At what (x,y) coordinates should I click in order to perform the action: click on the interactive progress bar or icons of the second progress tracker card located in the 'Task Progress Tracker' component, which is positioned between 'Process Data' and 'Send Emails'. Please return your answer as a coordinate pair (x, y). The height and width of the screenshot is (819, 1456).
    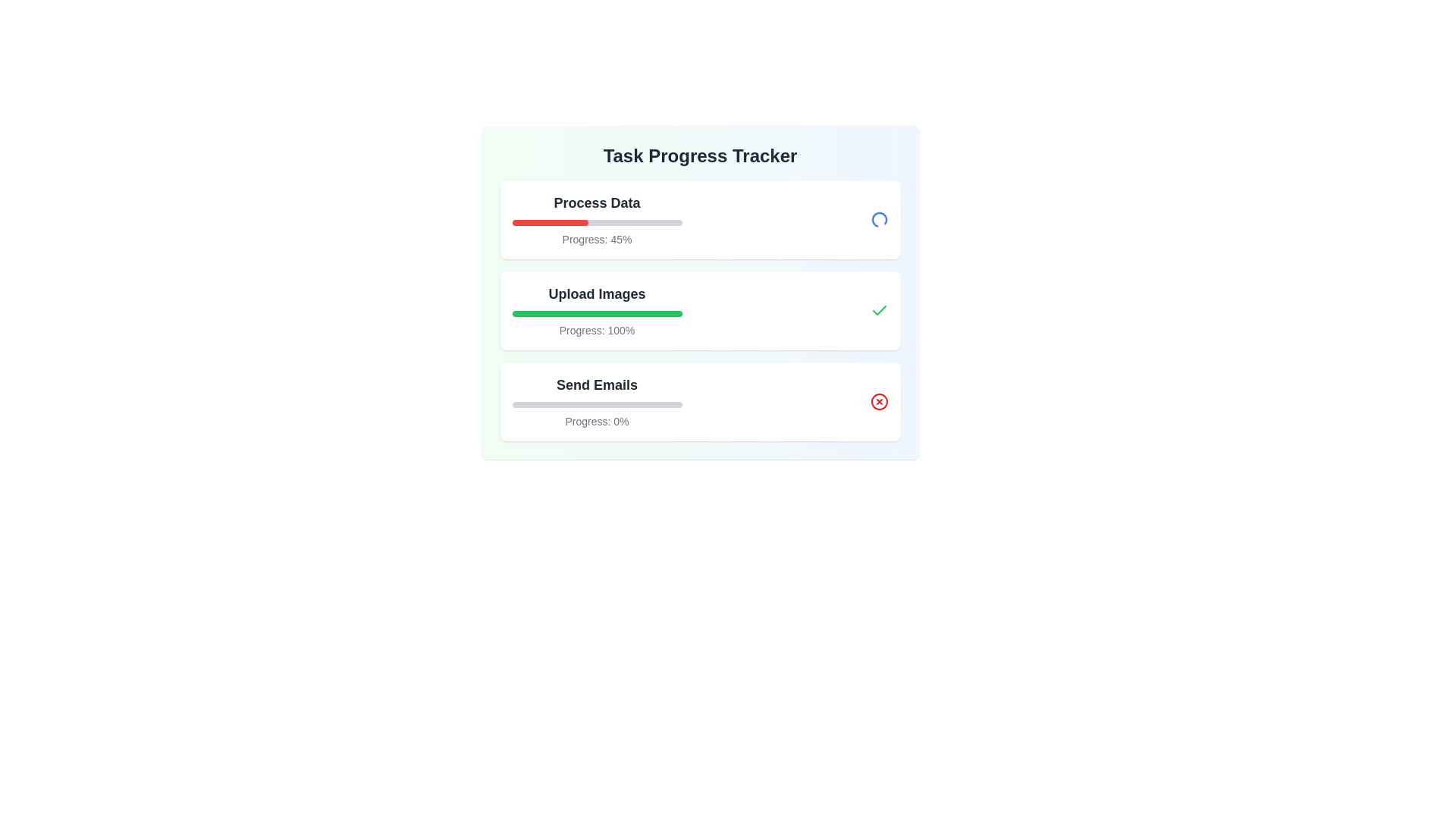
    Looking at the image, I should click on (699, 309).